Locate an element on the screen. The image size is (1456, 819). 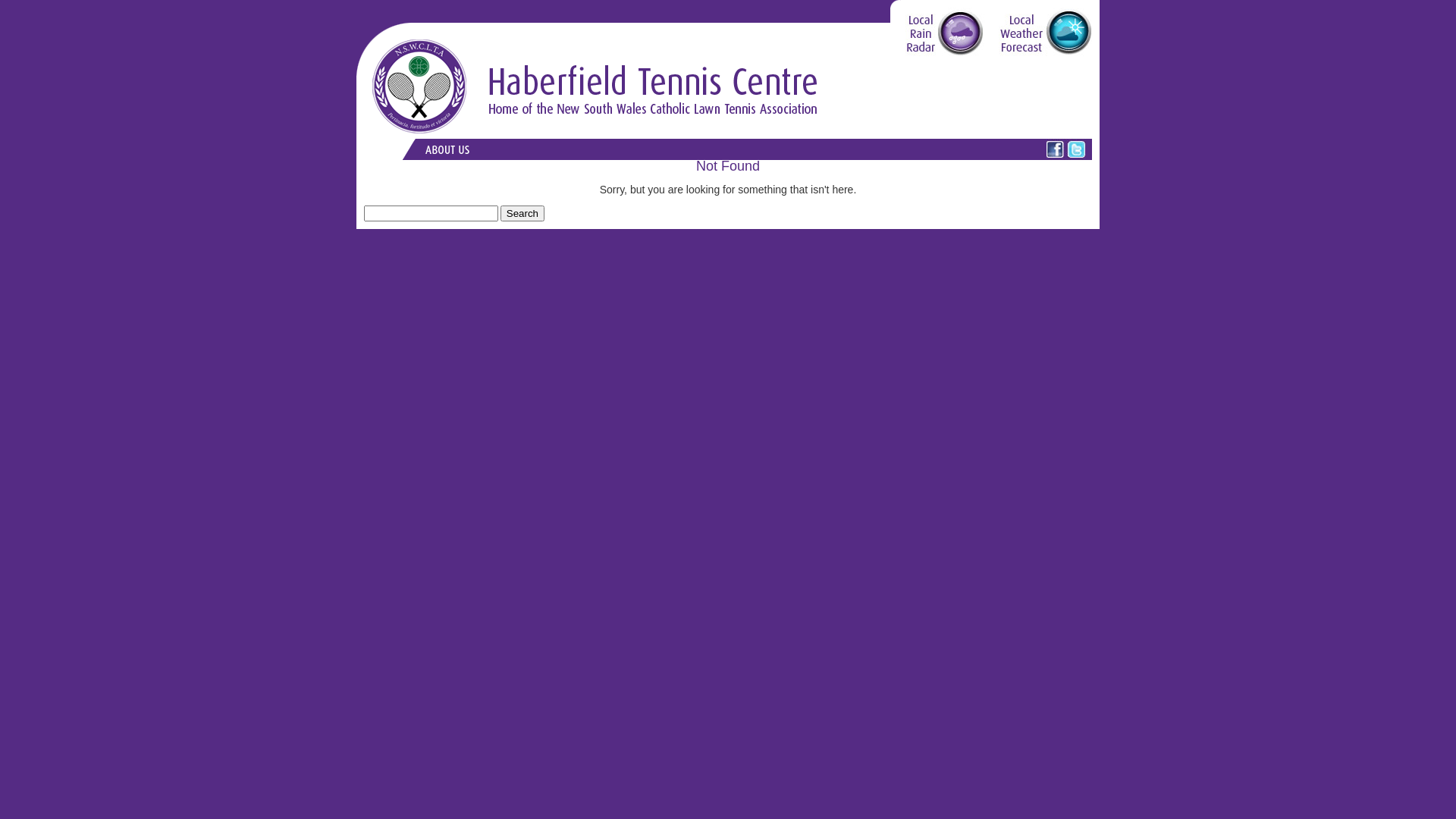
'Search' is located at coordinates (500, 213).